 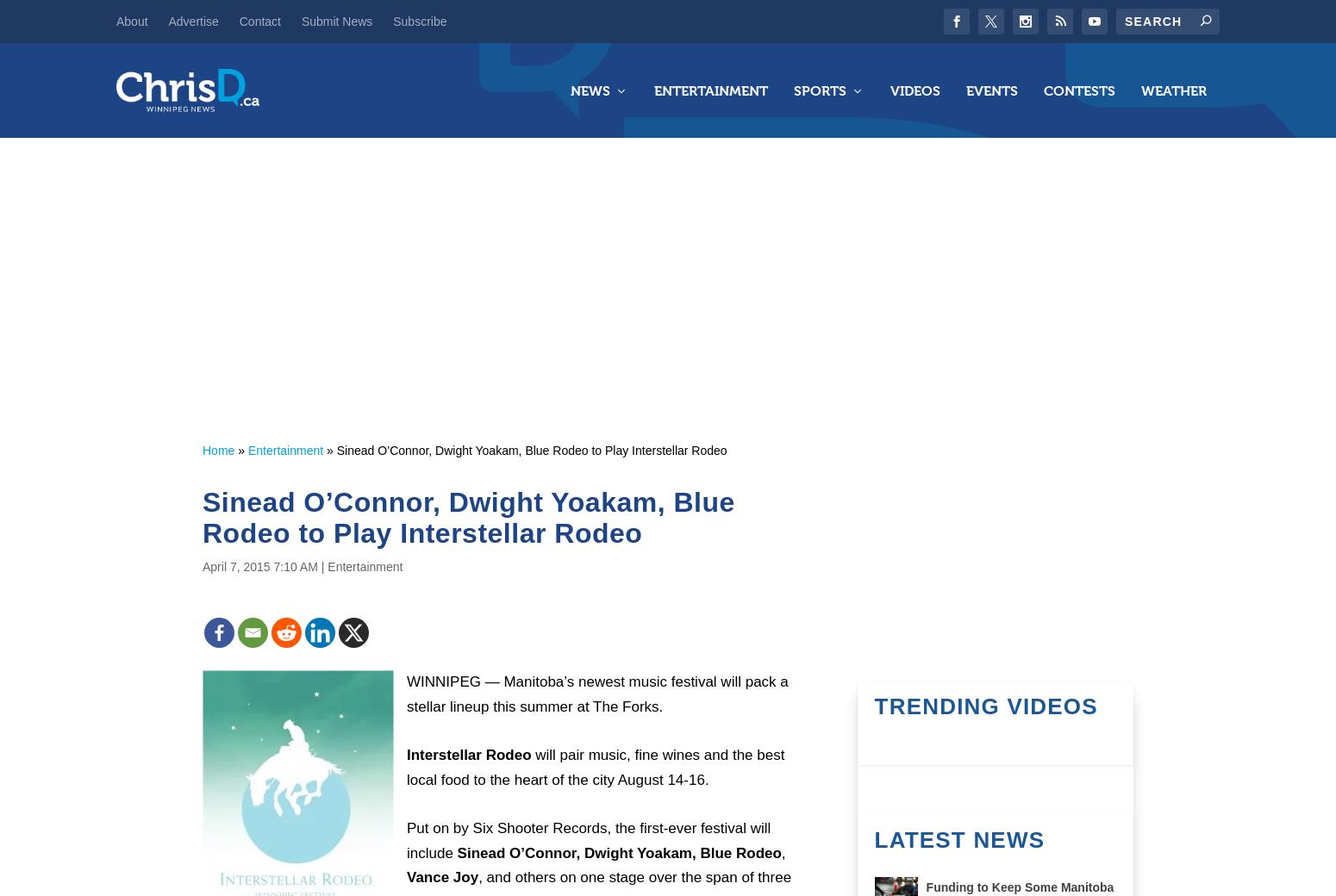 I want to click on 'WINNIPEG — Manitoba’s newest music festival will pack a stellar lineup this summer at The Forks.', so click(x=596, y=692).